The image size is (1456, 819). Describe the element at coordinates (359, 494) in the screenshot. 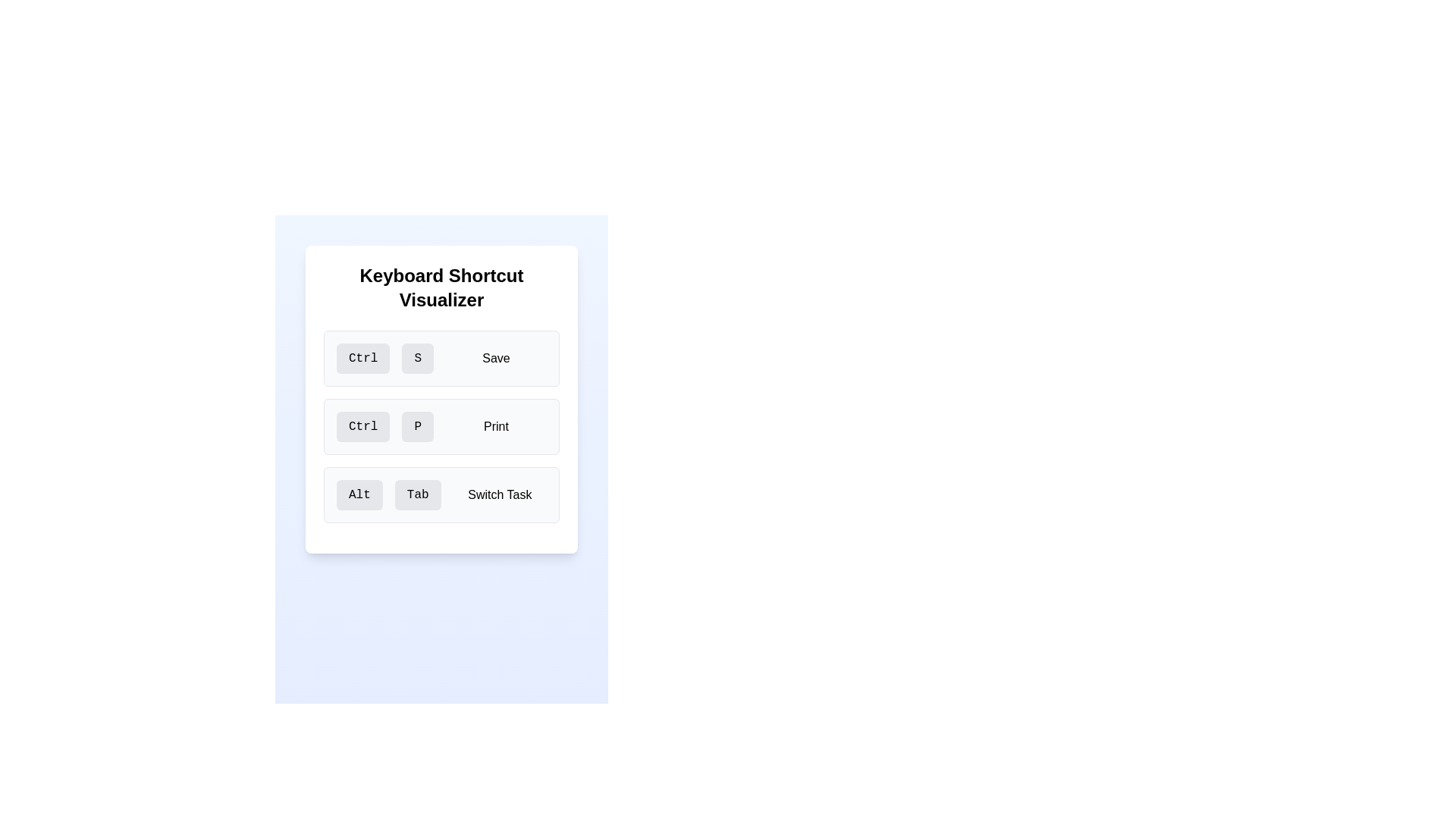

I see `the 'Alt' button in the keyboard shortcut visualization, which is located to the left of the 'Tab' button and above the 'Switch Task' label` at that location.